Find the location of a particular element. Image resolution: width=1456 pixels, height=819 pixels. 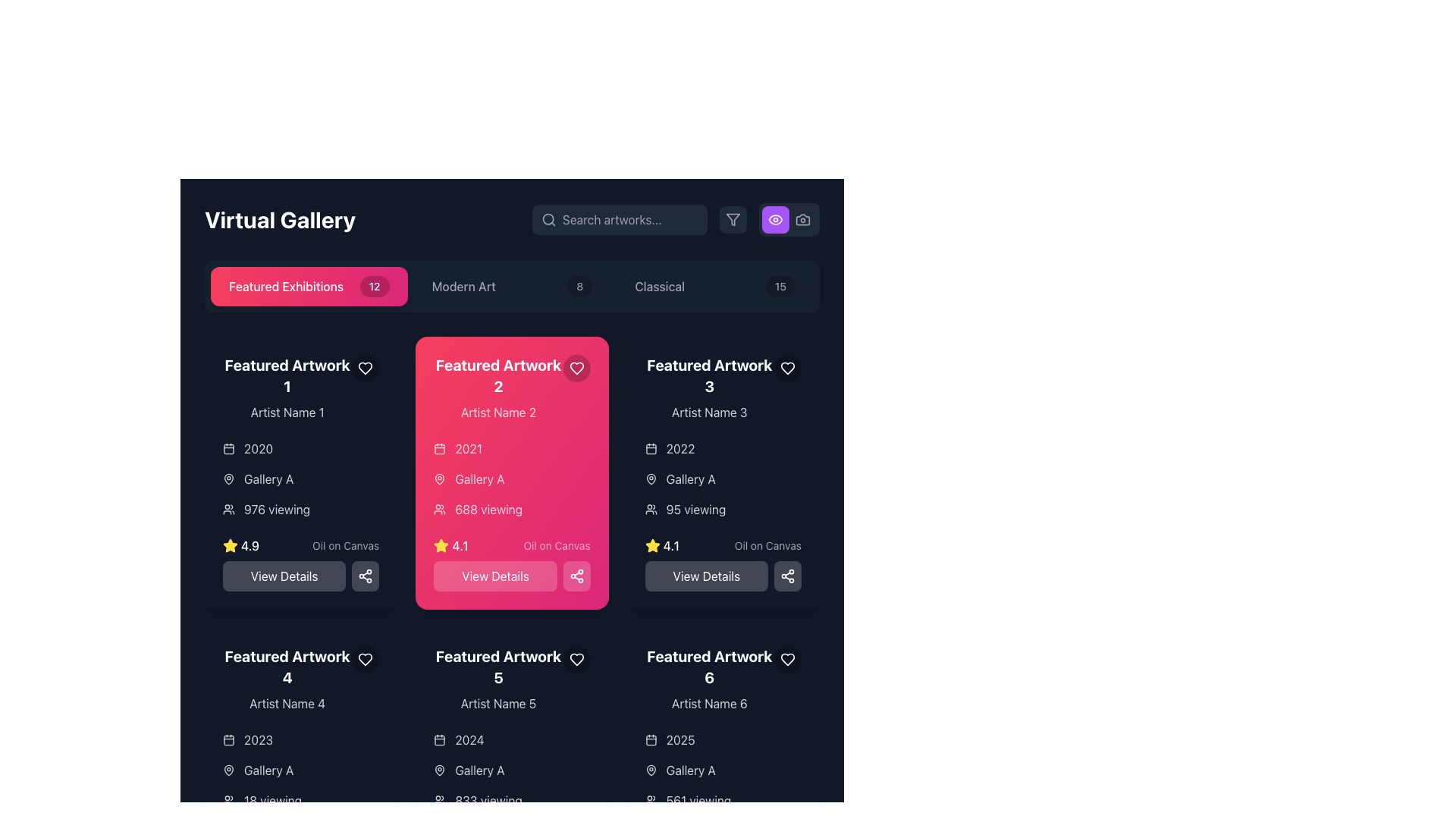

the small group of people icon located next to the text '561 viewing' in the lower section of the panel for 'Featured Artwork 6' is located at coordinates (651, 800).